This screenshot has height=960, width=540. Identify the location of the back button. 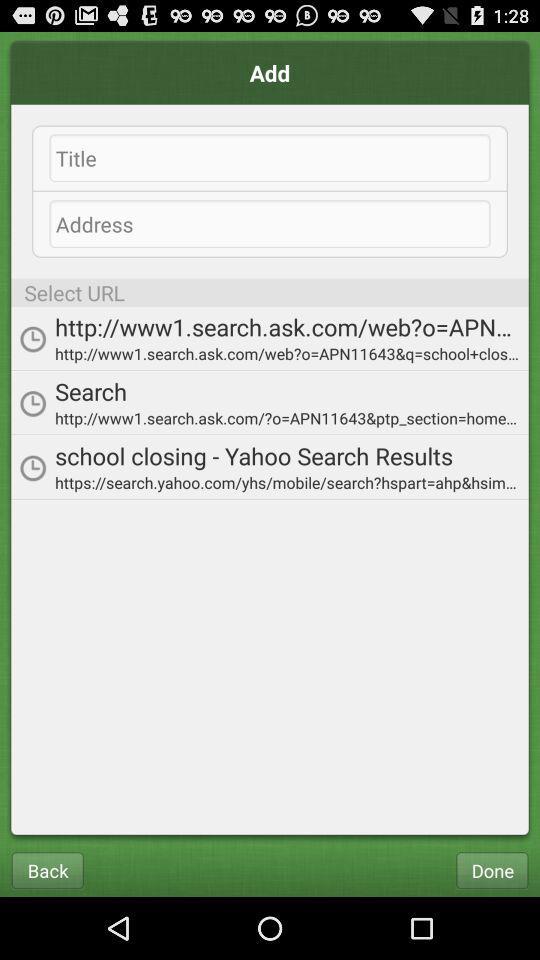
(47, 869).